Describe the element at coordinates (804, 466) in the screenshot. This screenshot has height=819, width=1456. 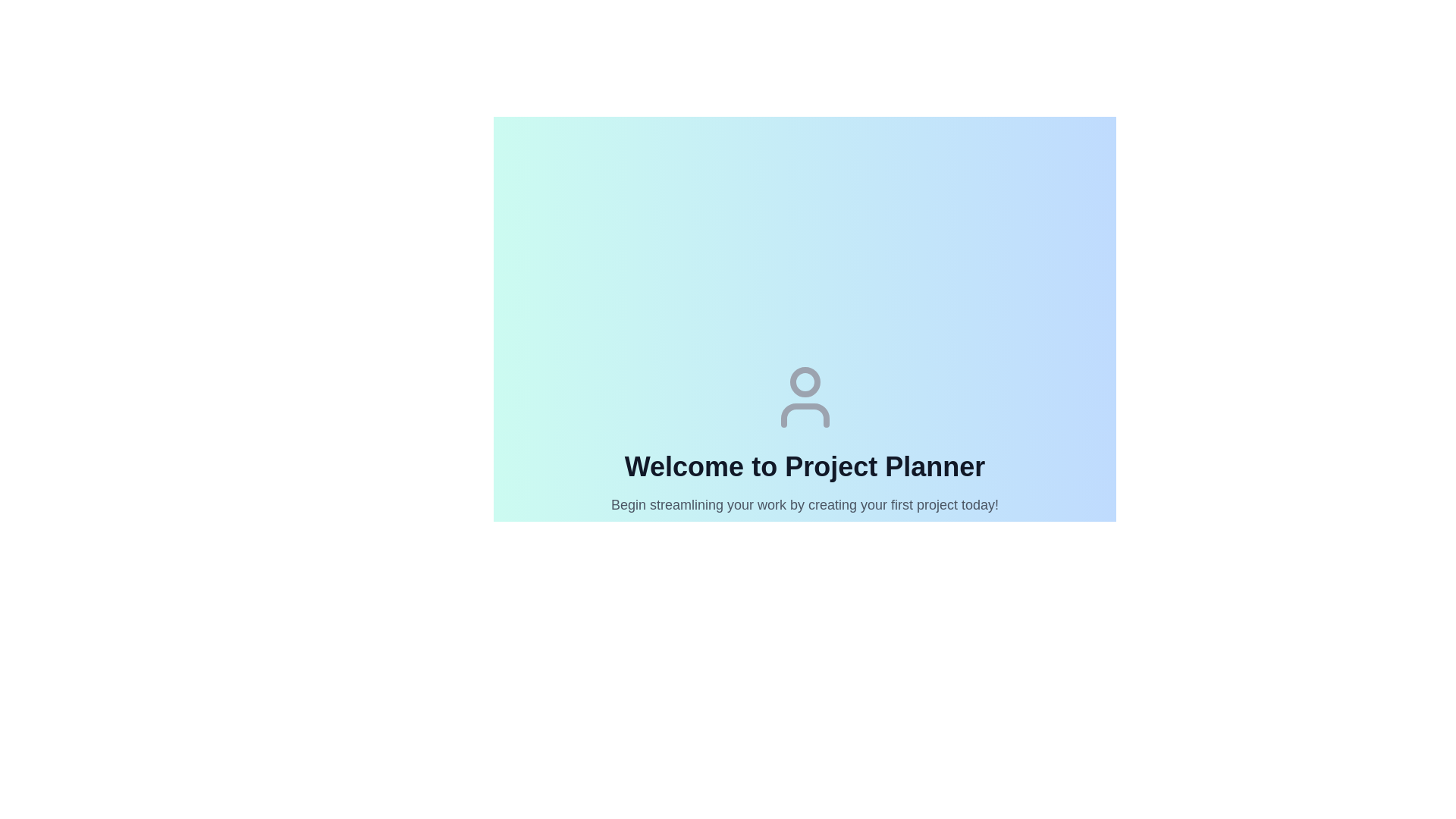
I see `the bold, large-sized text reading 'Welcome to Project Planner', which is centrally positioned below a user icon and above another text component` at that location.